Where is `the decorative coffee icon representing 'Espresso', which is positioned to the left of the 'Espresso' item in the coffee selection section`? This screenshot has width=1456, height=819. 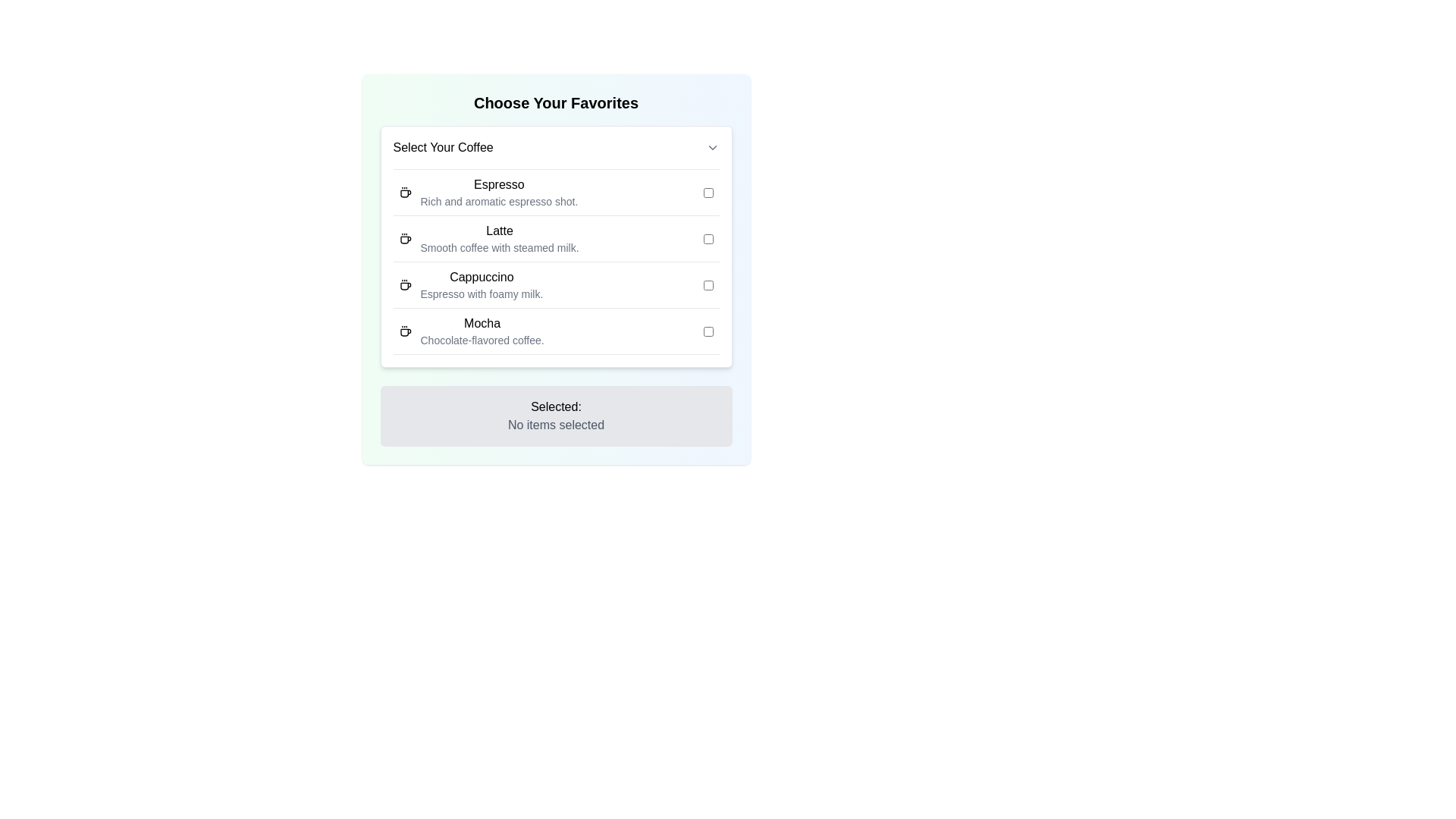
the decorative coffee icon representing 'Espresso', which is positioned to the left of the 'Espresso' item in the coffee selection section is located at coordinates (405, 192).